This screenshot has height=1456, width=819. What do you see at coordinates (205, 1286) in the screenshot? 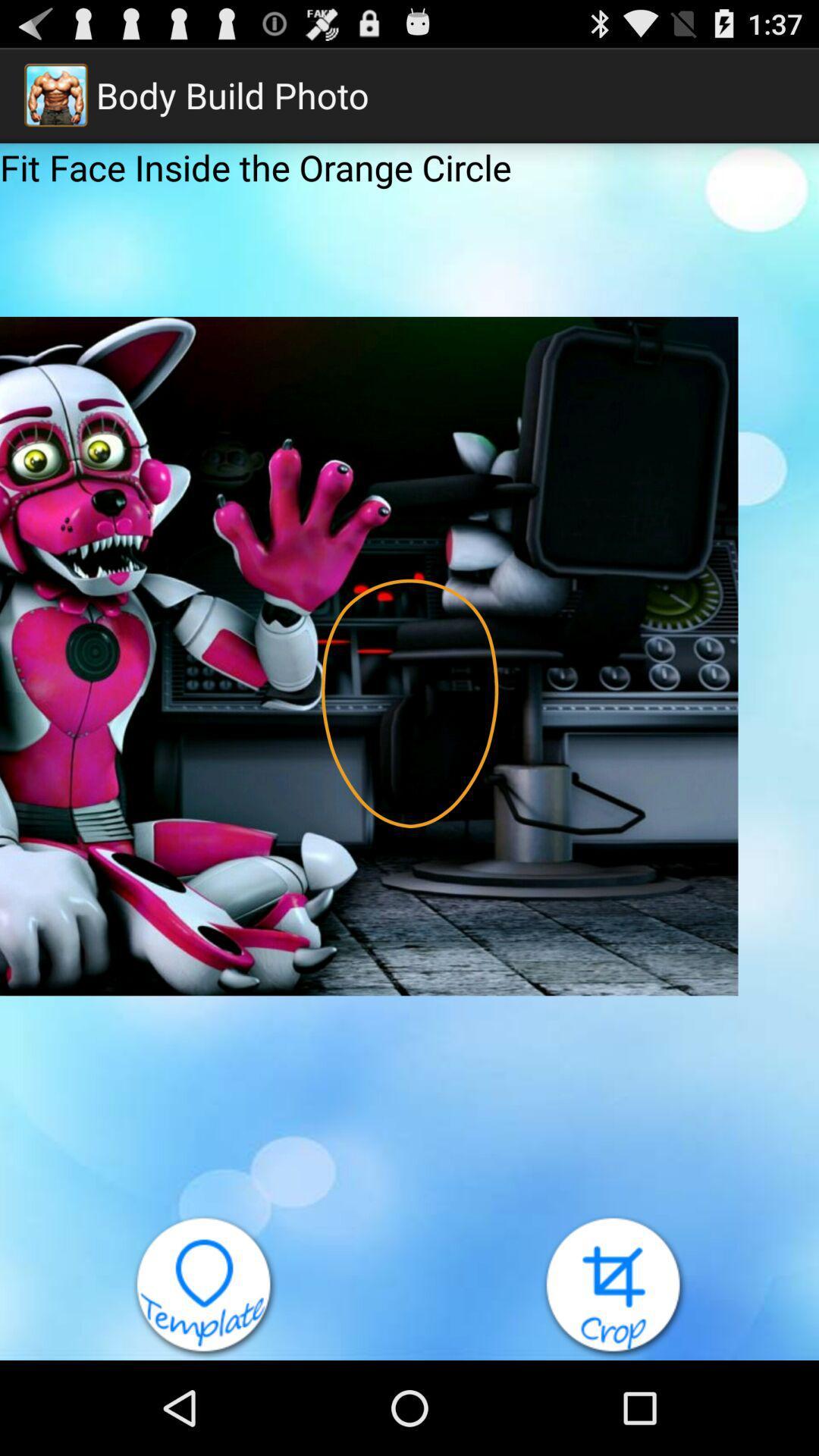
I see `open template` at bounding box center [205, 1286].